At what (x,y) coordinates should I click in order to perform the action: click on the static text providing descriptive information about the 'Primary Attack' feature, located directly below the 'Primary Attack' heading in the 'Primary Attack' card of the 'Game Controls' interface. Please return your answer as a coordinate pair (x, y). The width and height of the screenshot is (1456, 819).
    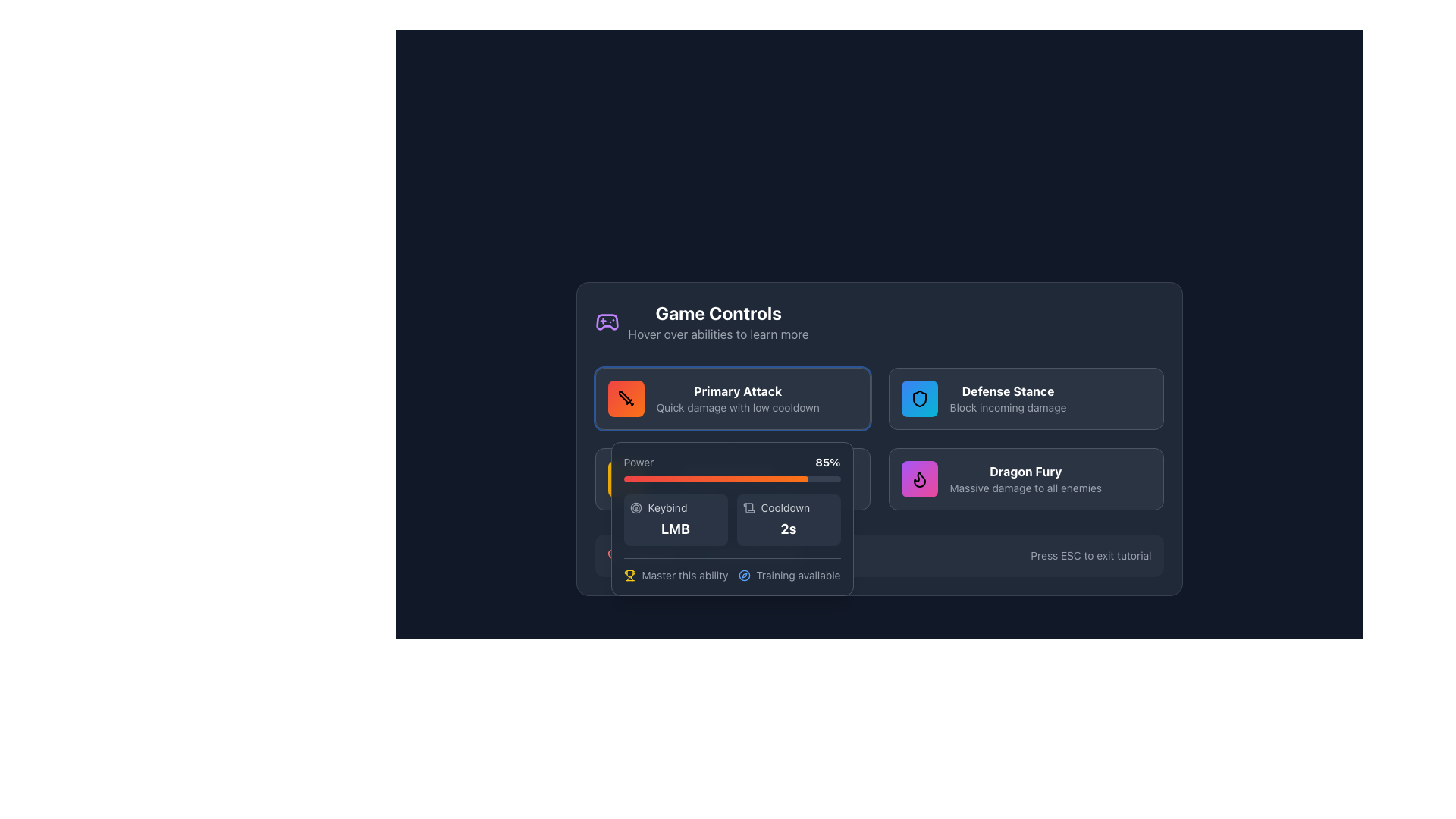
    Looking at the image, I should click on (738, 406).